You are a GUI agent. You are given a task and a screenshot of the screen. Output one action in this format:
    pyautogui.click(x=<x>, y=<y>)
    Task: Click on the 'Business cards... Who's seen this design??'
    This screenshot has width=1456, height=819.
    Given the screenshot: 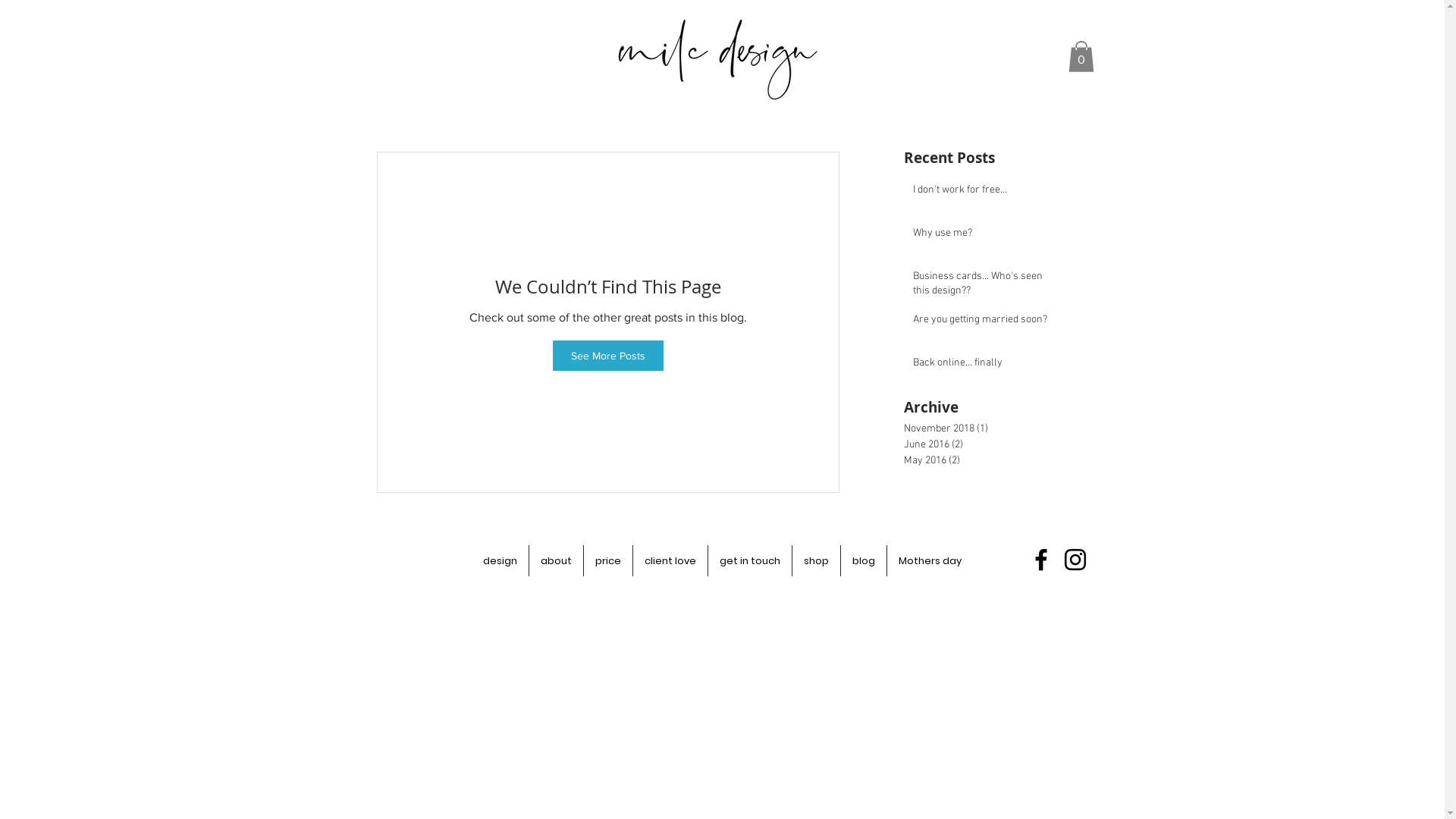 What is the action you would take?
    pyautogui.click(x=982, y=287)
    